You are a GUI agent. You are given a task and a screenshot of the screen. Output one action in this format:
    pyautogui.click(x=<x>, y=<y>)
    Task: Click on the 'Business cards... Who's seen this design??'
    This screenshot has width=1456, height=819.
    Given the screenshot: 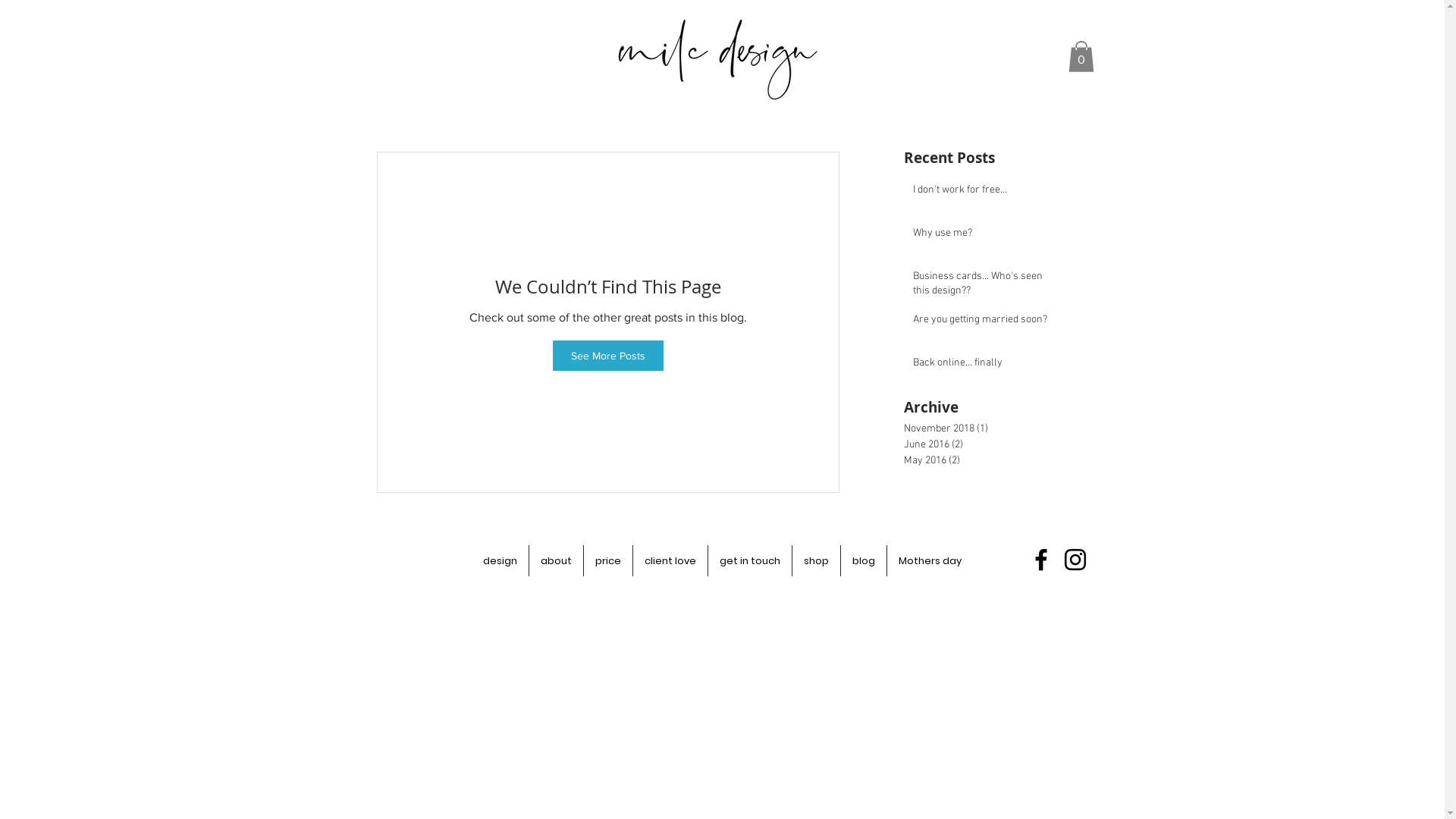 What is the action you would take?
    pyautogui.click(x=982, y=287)
    